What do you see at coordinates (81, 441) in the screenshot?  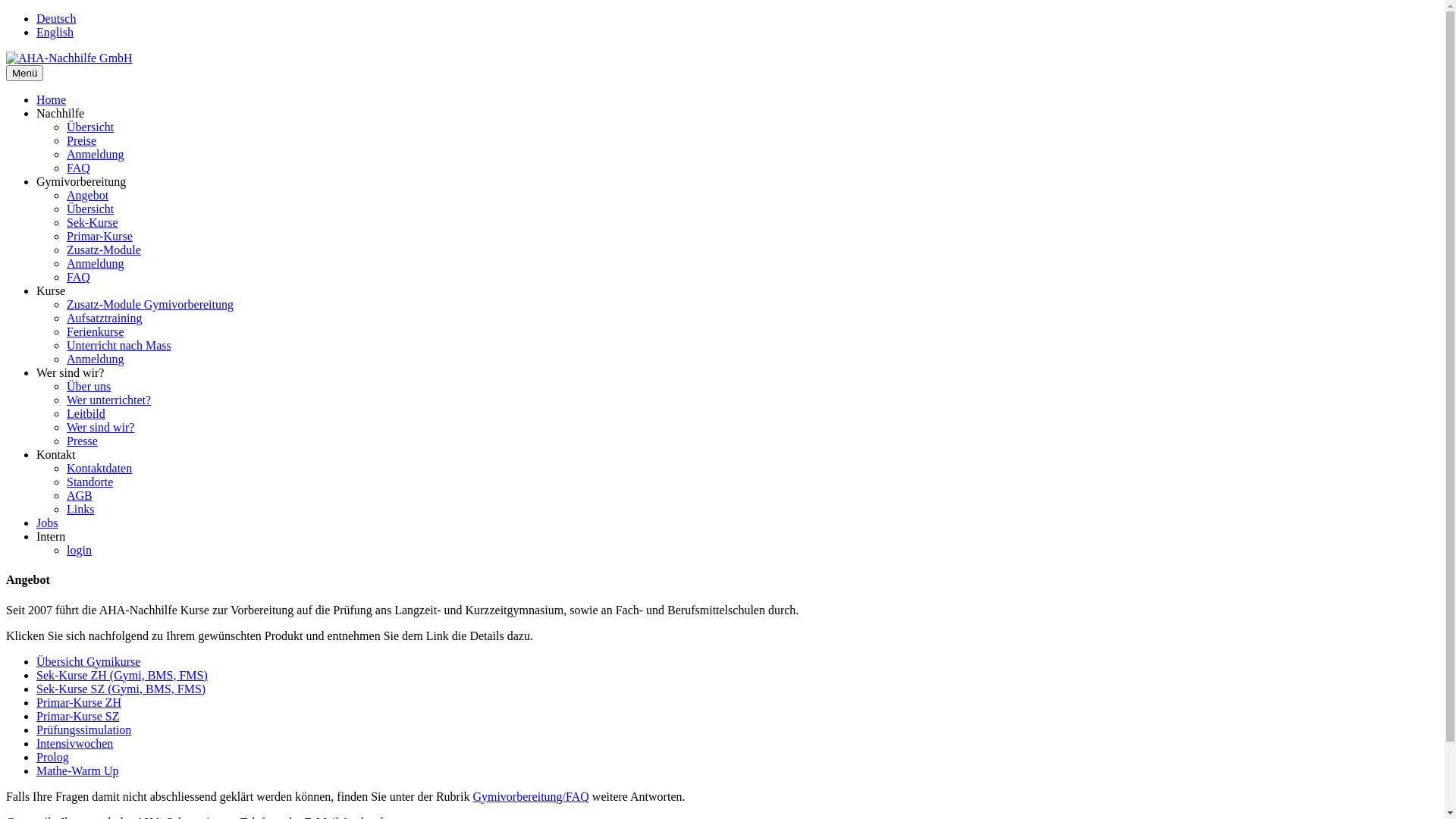 I see `'Presse'` at bounding box center [81, 441].